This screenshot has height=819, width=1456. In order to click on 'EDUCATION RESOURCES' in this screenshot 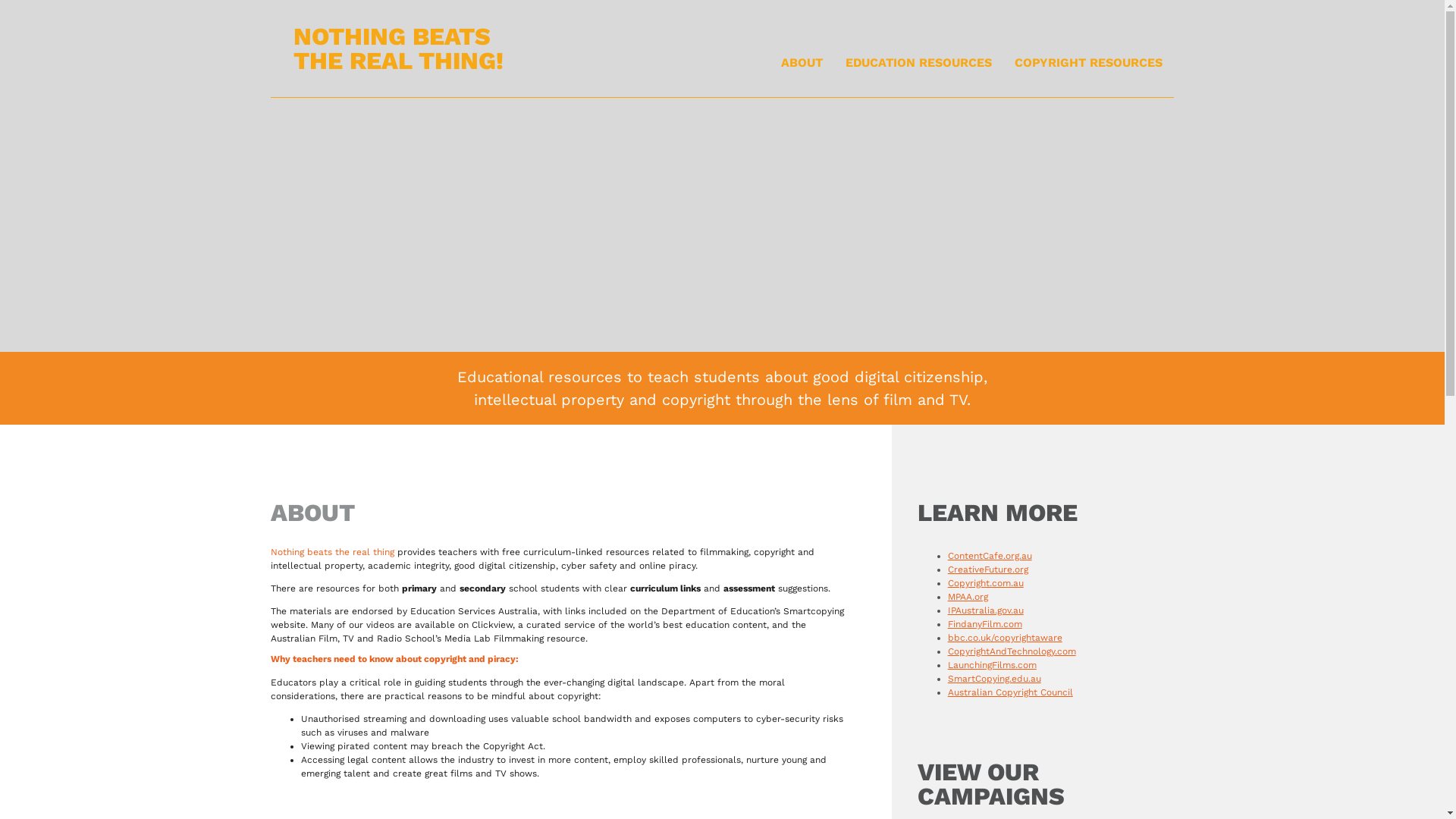, I will do `click(918, 62)`.